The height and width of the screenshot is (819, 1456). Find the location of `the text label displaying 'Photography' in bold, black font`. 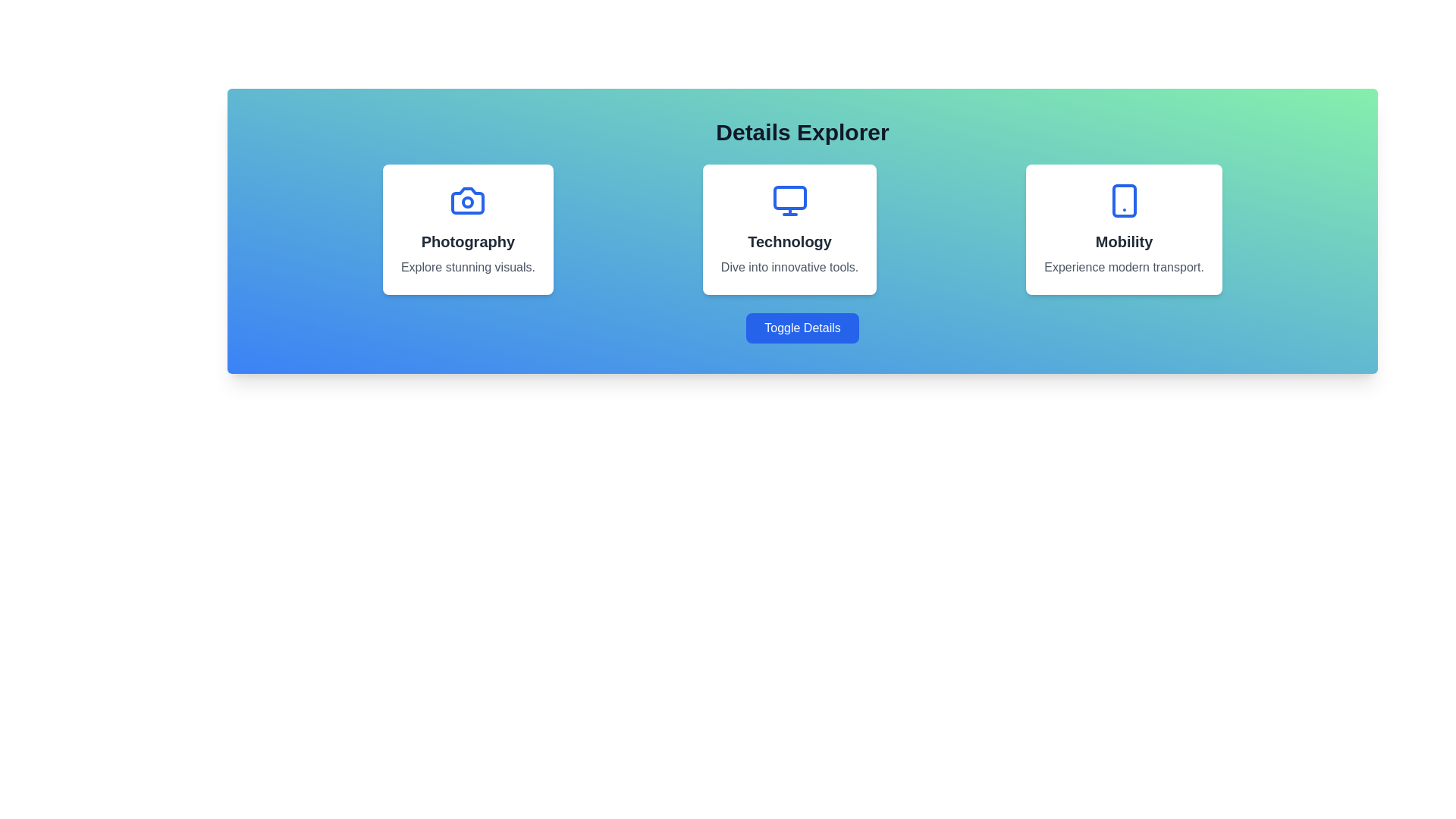

the text label displaying 'Photography' in bold, black font is located at coordinates (467, 241).